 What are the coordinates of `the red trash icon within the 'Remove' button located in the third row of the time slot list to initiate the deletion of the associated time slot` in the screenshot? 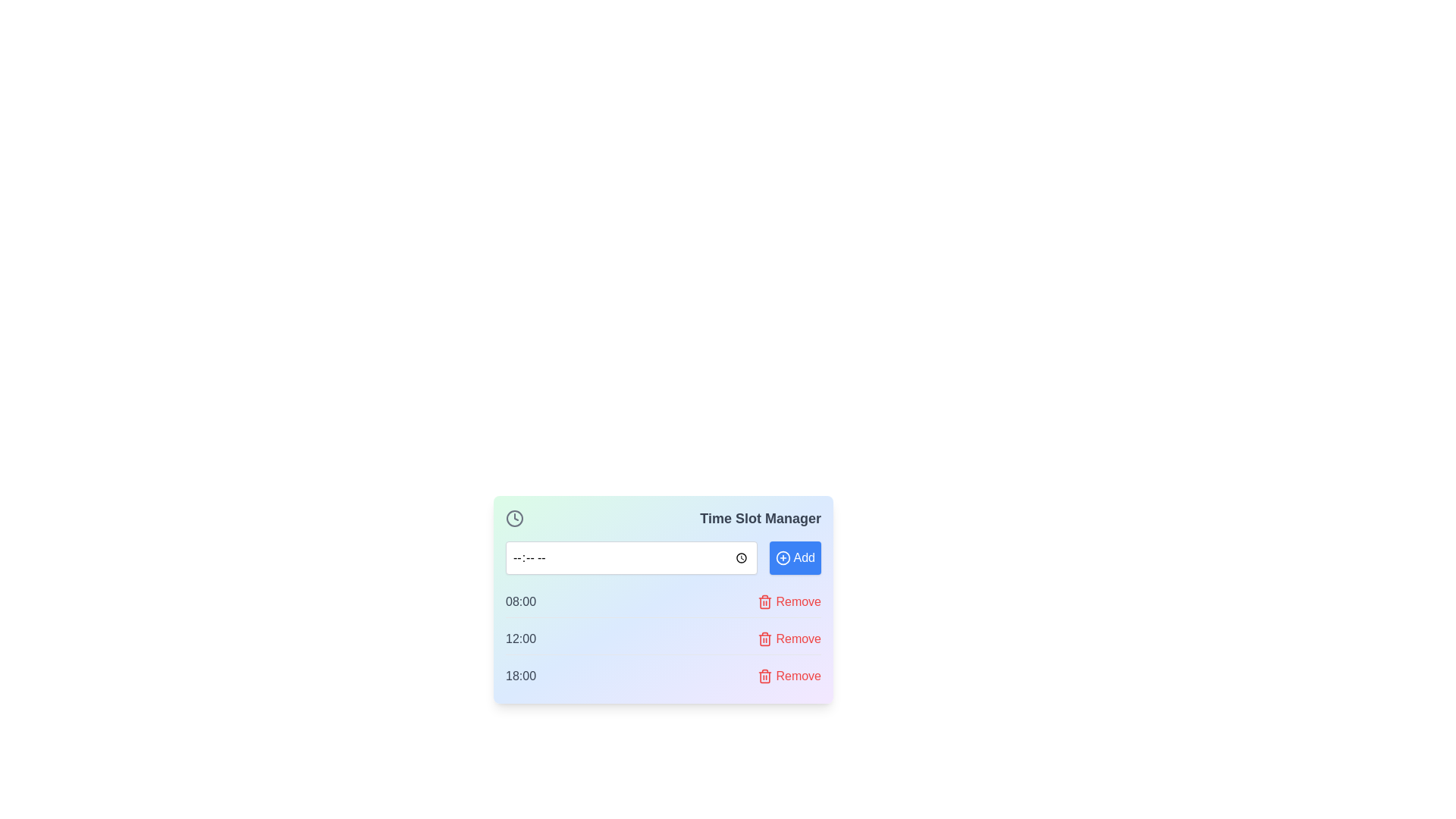 It's located at (765, 601).